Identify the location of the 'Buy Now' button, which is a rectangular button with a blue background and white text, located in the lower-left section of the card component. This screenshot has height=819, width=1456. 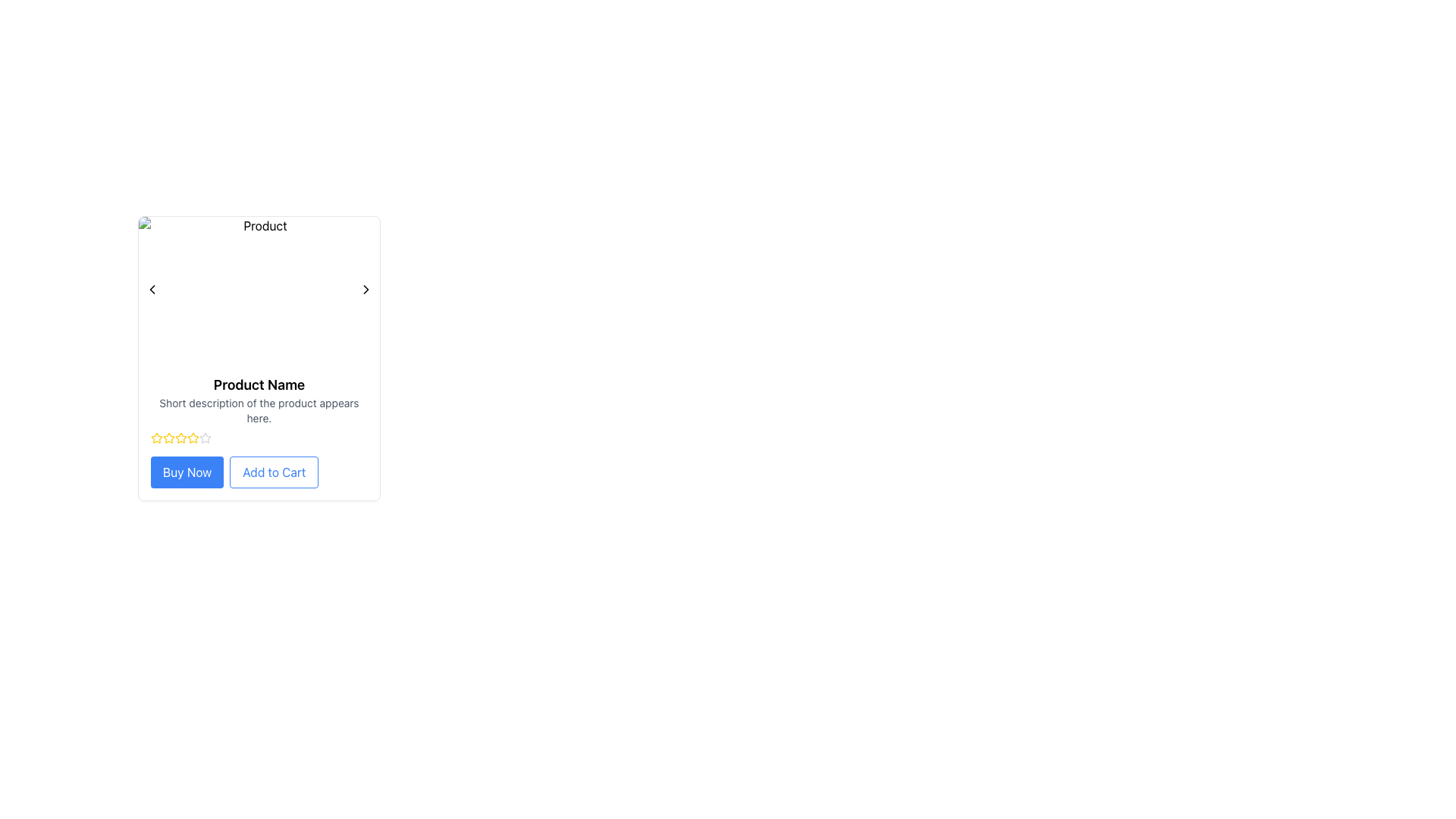
(187, 472).